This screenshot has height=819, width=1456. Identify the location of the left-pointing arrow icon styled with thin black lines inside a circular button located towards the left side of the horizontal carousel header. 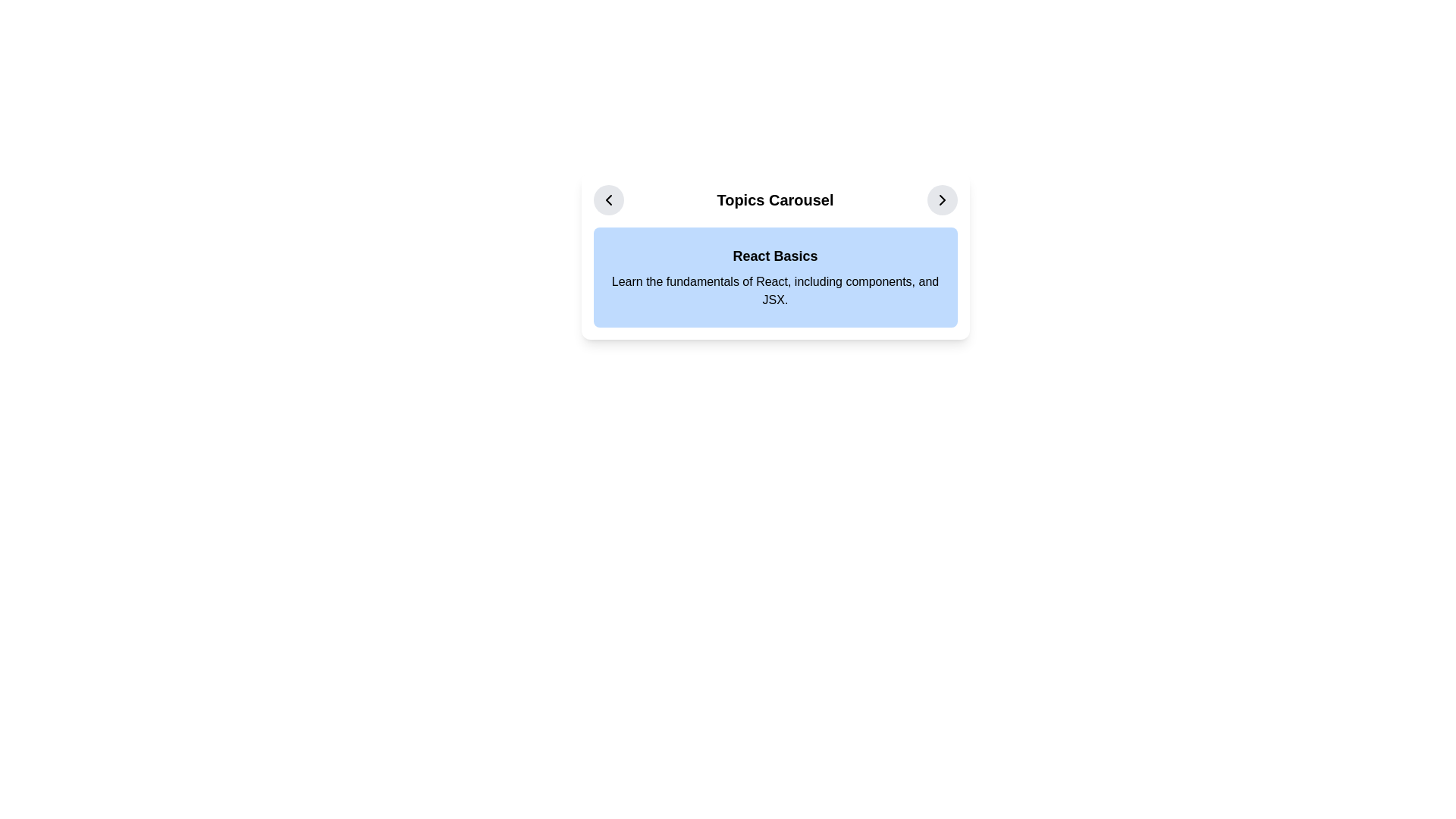
(608, 199).